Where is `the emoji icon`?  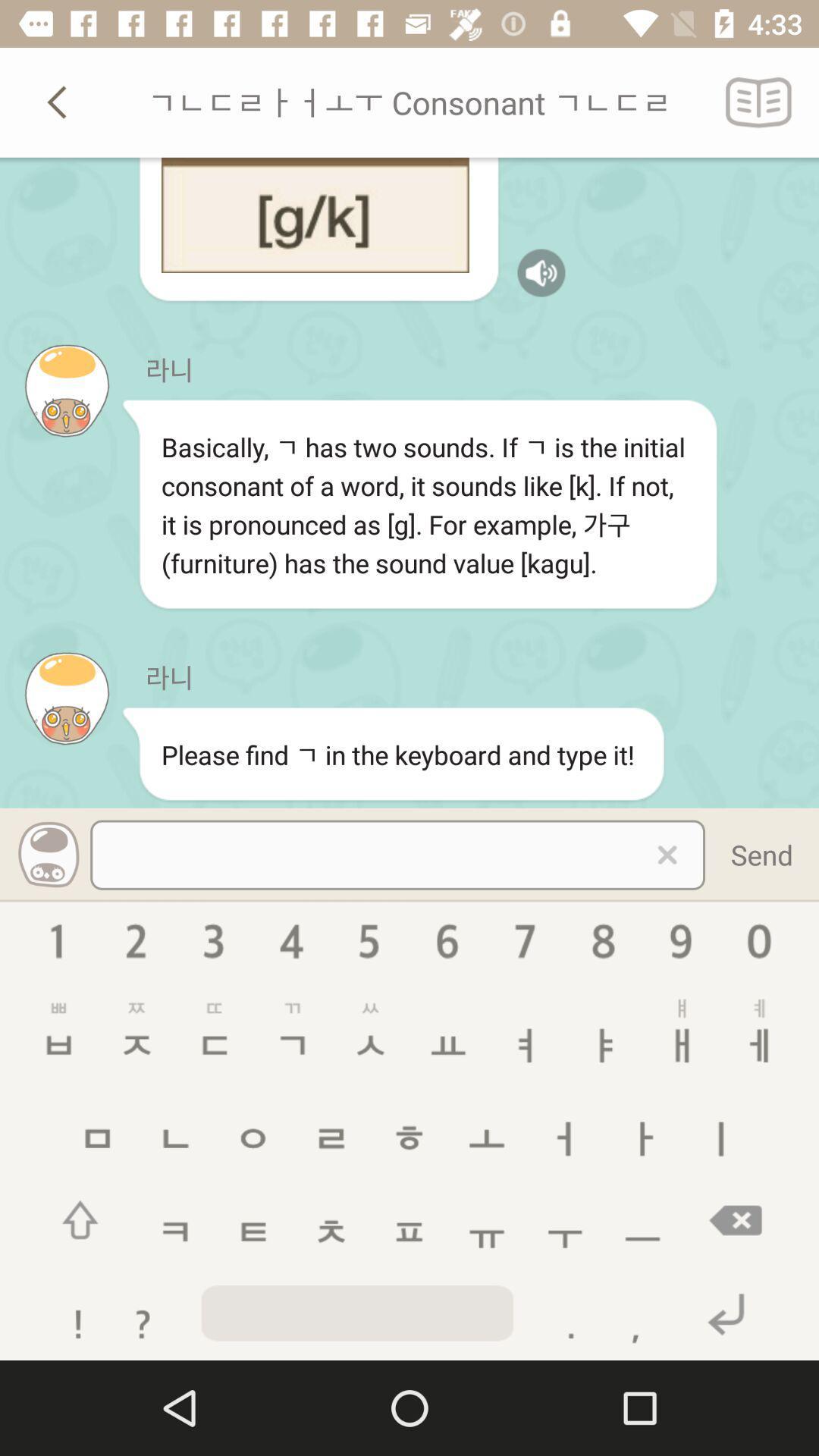 the emoji icon is located at coordinates (681, 943).